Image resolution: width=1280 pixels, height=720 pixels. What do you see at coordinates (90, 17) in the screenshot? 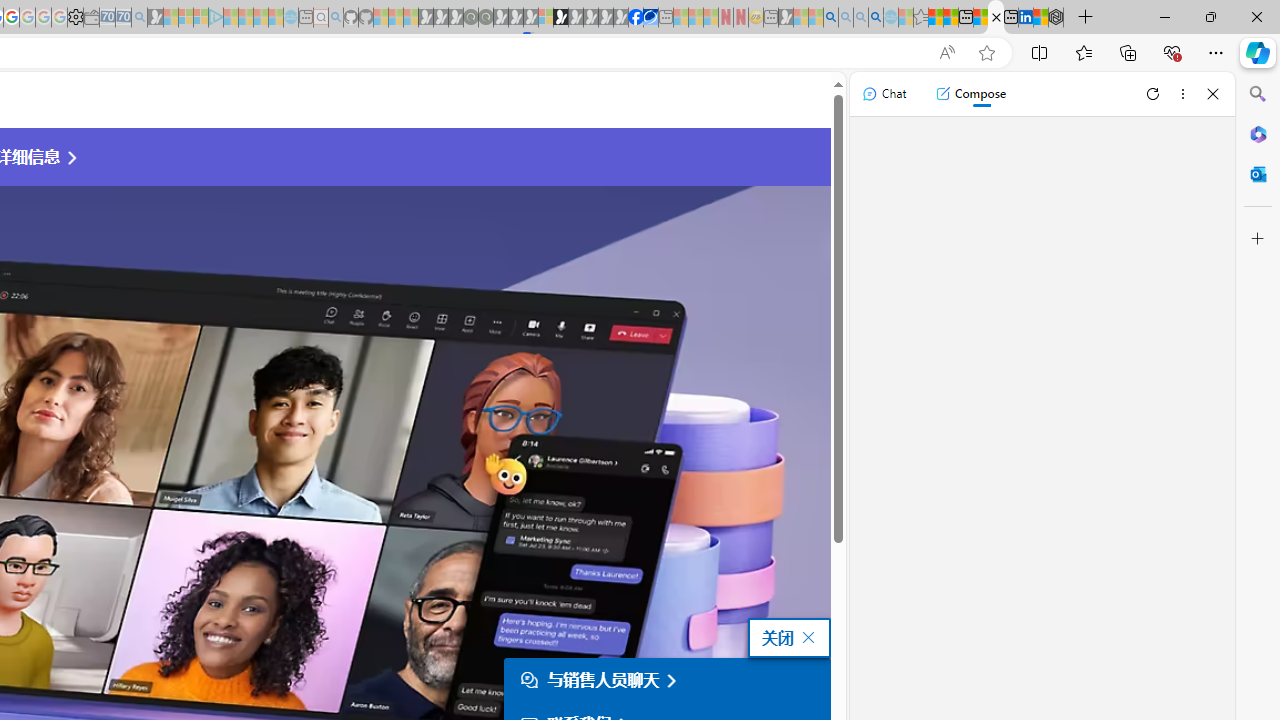
I see `'Wallet - Sleeping'` at bounding box center [90, 17].